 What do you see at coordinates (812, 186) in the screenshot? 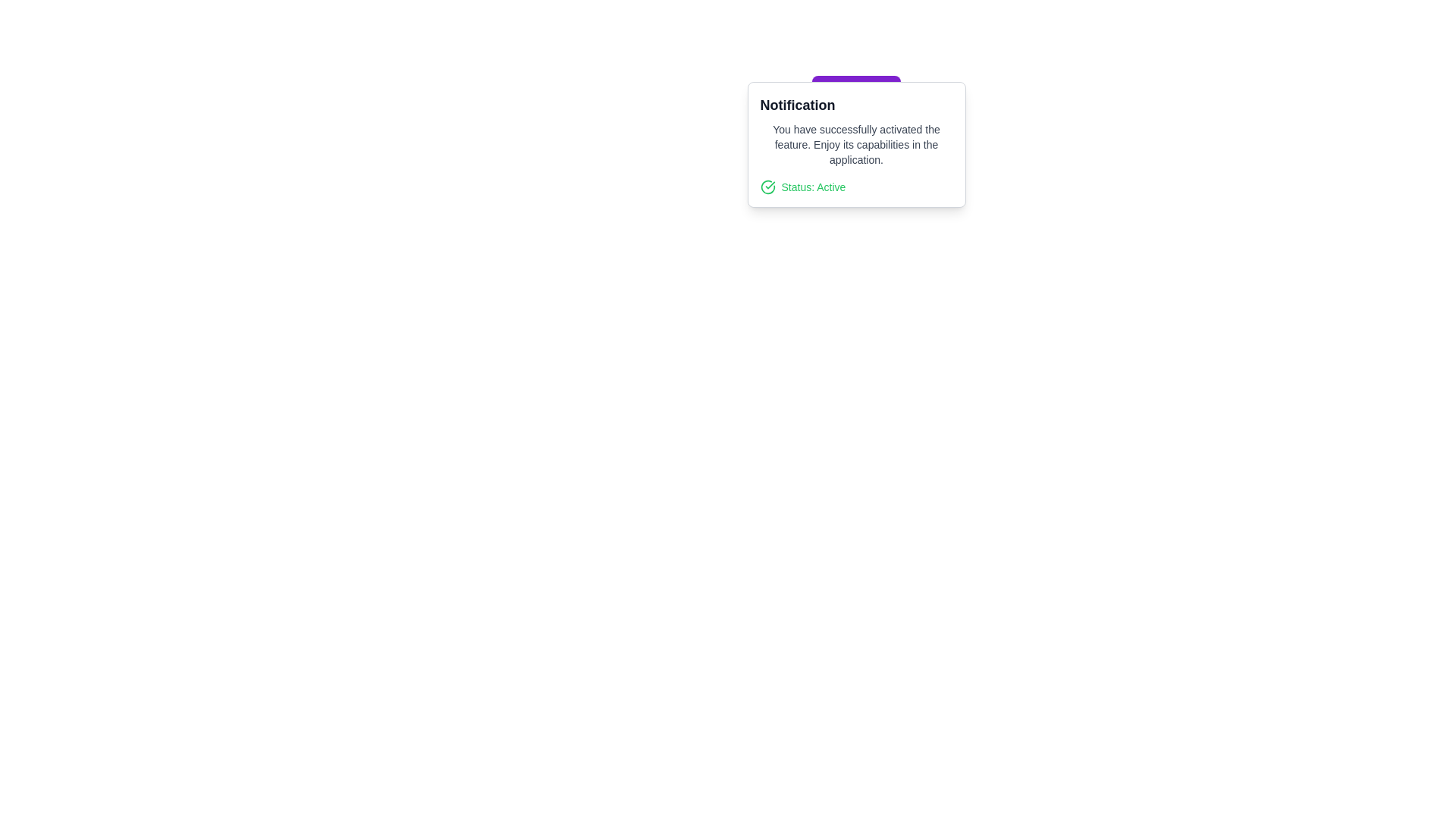
I see `the 'Status: Active' static label displayed in green font, located next to a green check mark icon in the bottom-left section of the notification card` at bounding box center [812, 186].